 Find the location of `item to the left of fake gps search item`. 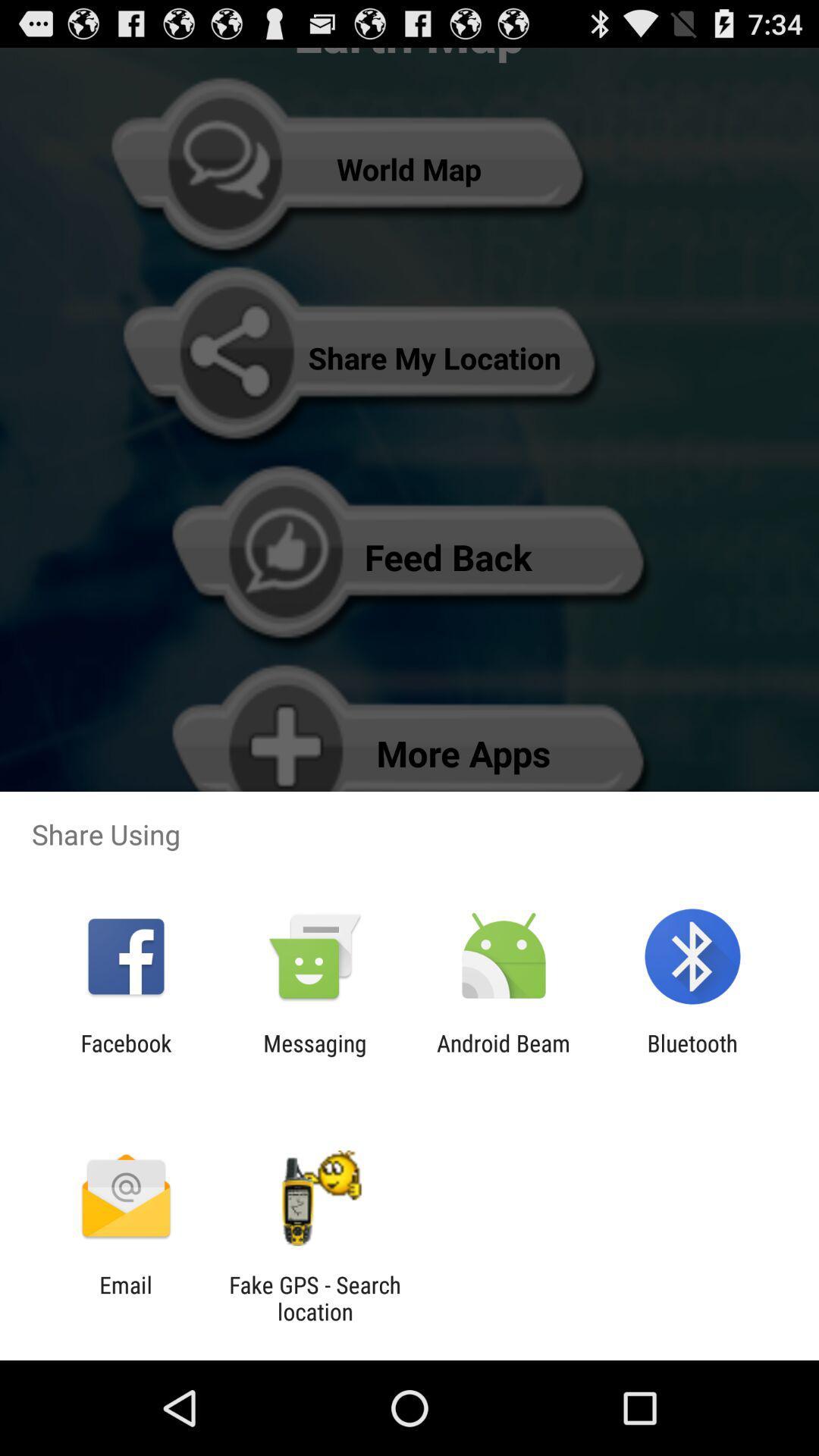

item to the left of fake gps search item is located at coordinates (125, 1298).